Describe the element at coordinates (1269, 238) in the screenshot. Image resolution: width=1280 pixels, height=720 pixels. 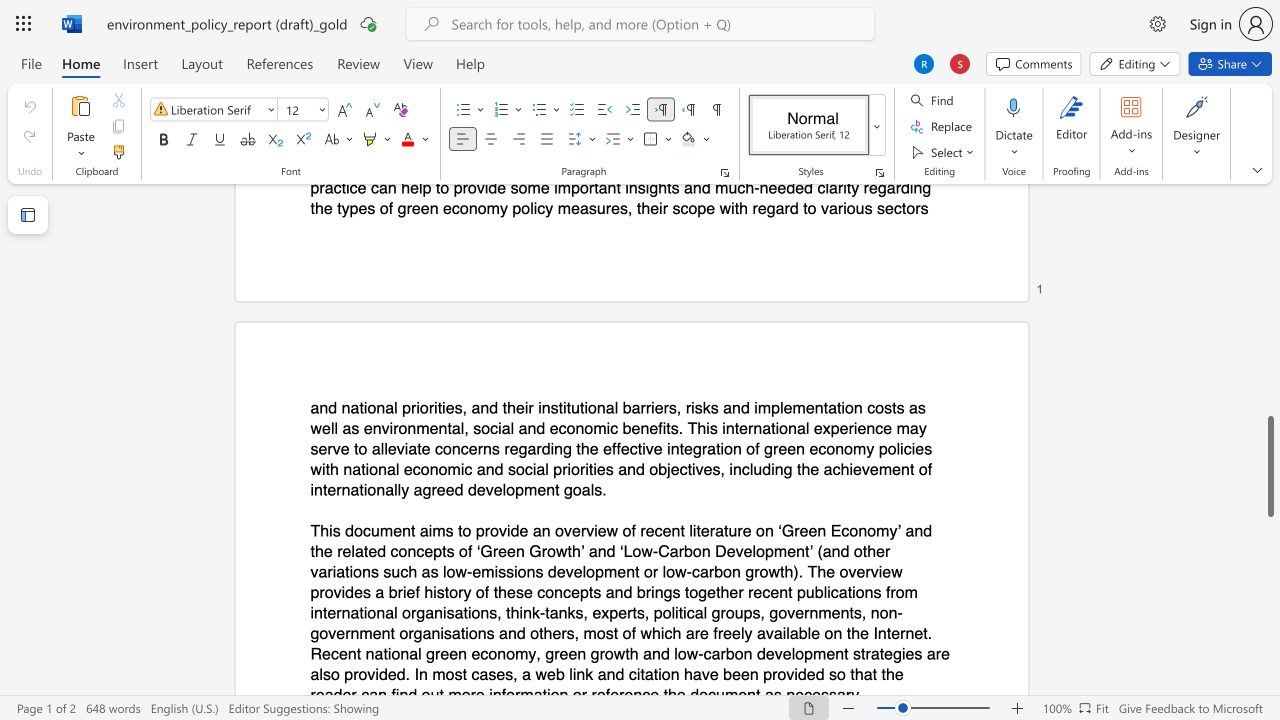
I see `the scrollbar on the right` at that location.